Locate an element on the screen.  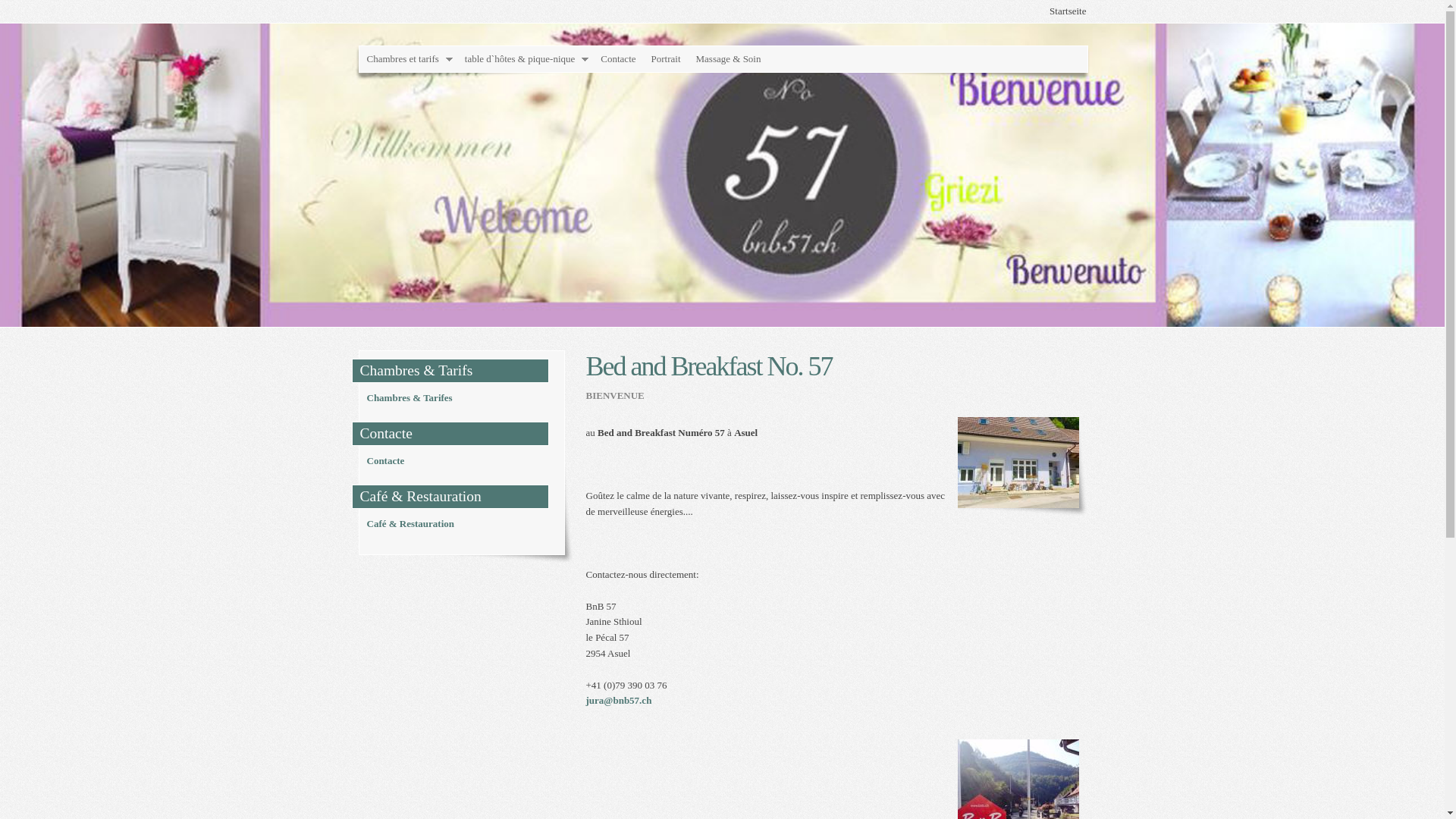
'Startseite' is located at coordinates (1066, 11).